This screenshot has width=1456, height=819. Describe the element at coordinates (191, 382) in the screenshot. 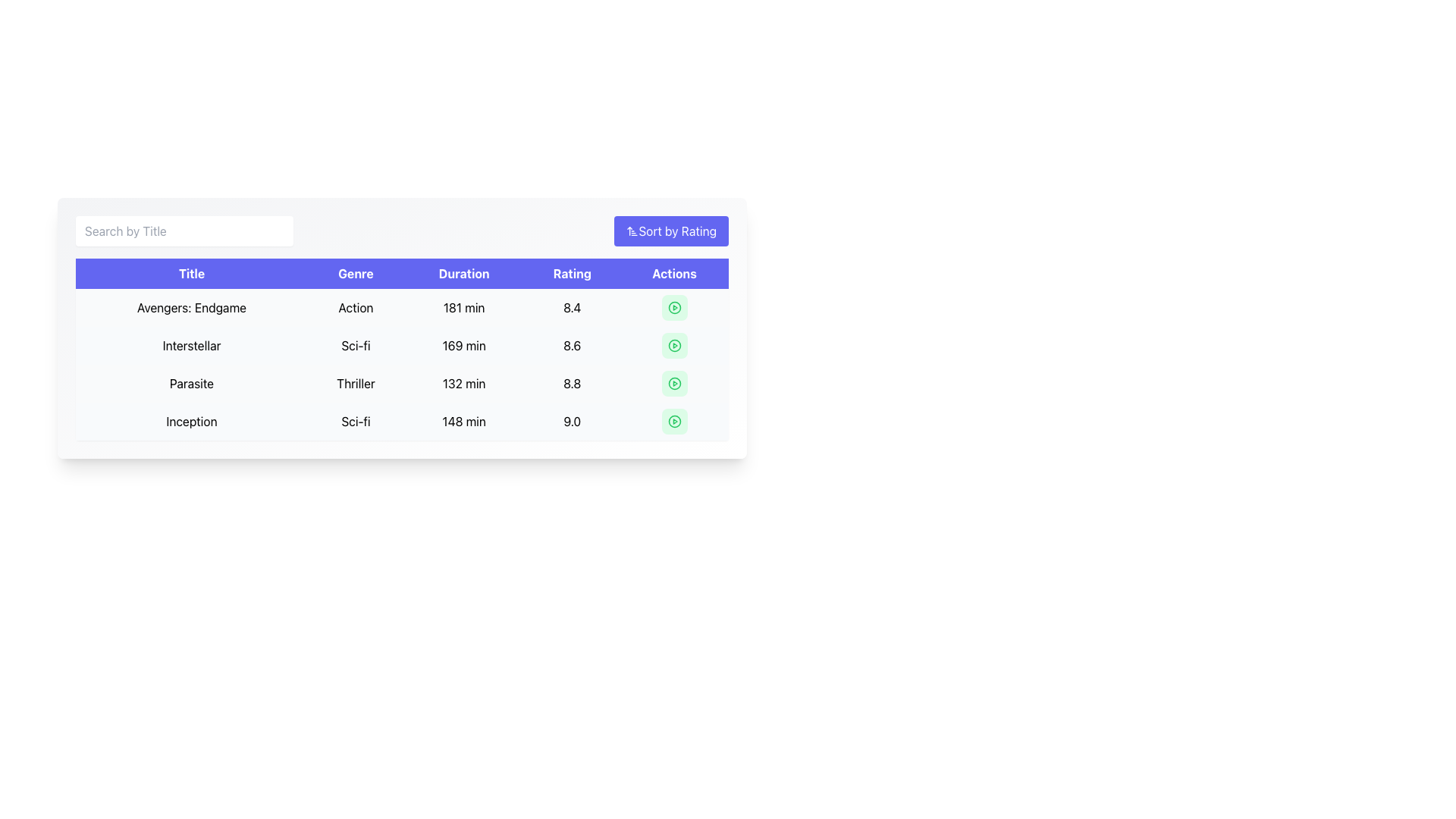

I see `static text label for the movie entry located in the third row under the 'Title' column, which is positioned above 'Inception' and below 'Interstellar'` at that location.